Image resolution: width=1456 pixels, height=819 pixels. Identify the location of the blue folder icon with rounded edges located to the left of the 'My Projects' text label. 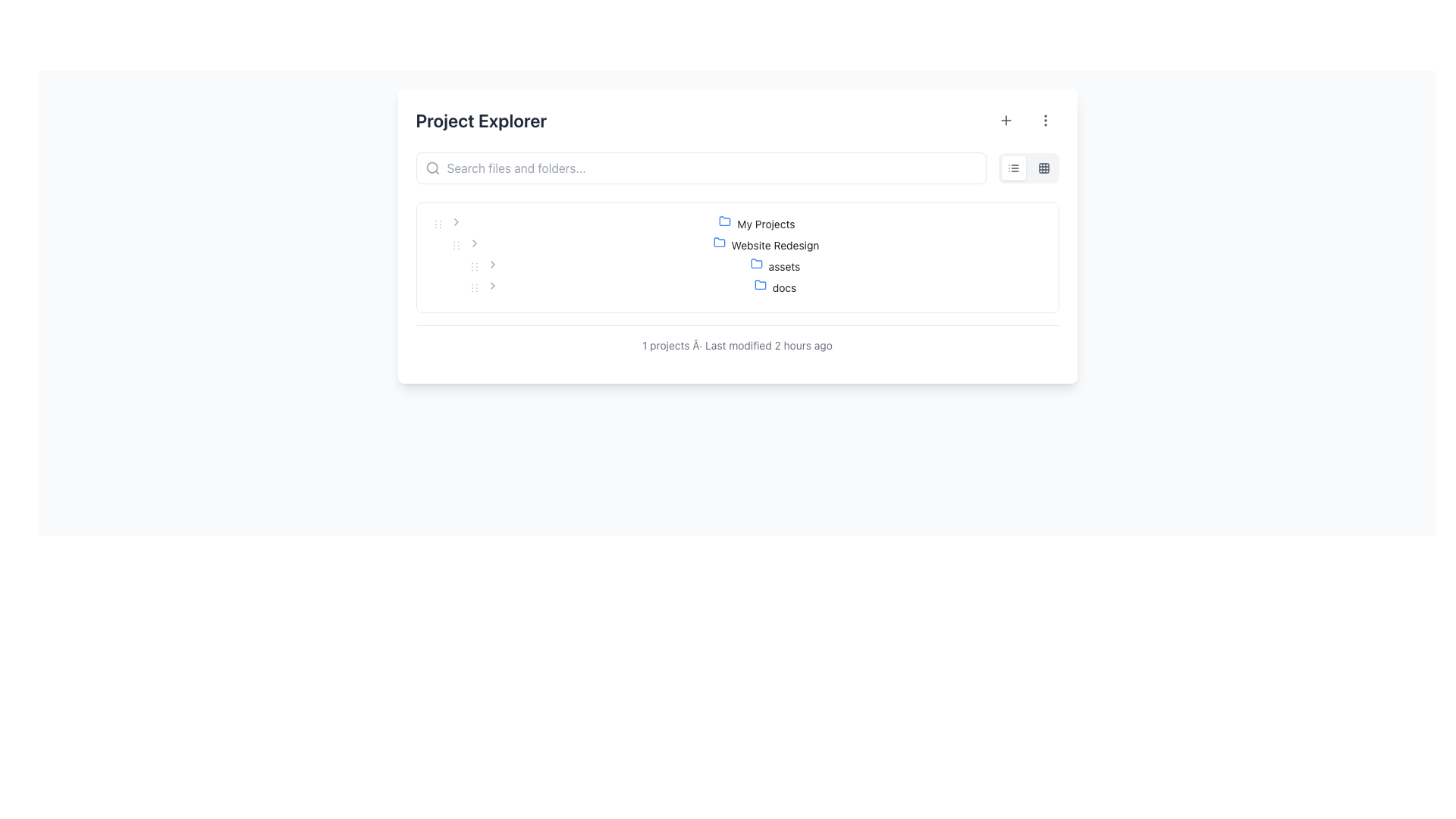
(724, 221).